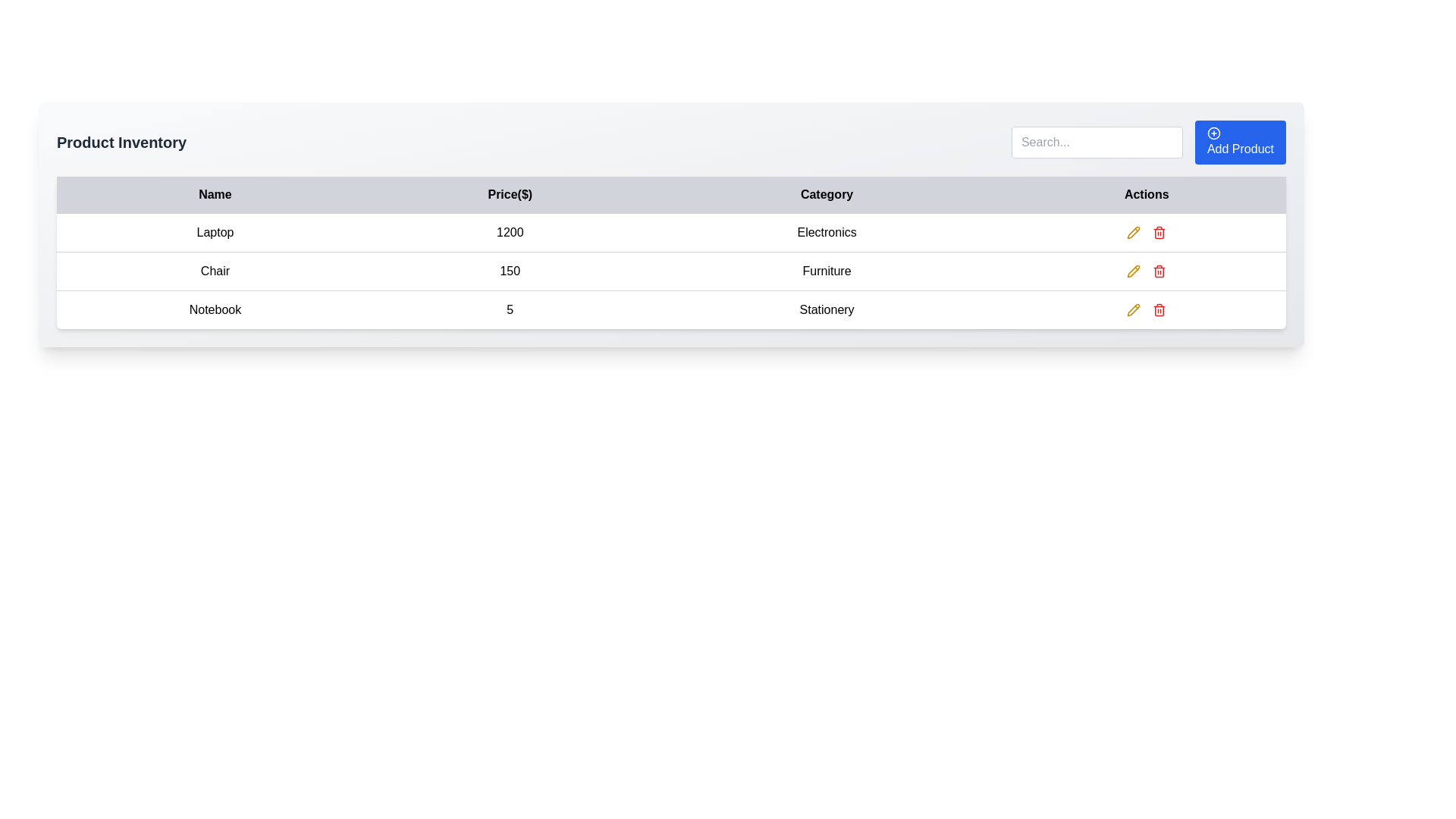 This screenshot has height=819, width=1456. I want to click on the icon button located in the third row of the table under the 'Actions' column, so click(1133, 233).